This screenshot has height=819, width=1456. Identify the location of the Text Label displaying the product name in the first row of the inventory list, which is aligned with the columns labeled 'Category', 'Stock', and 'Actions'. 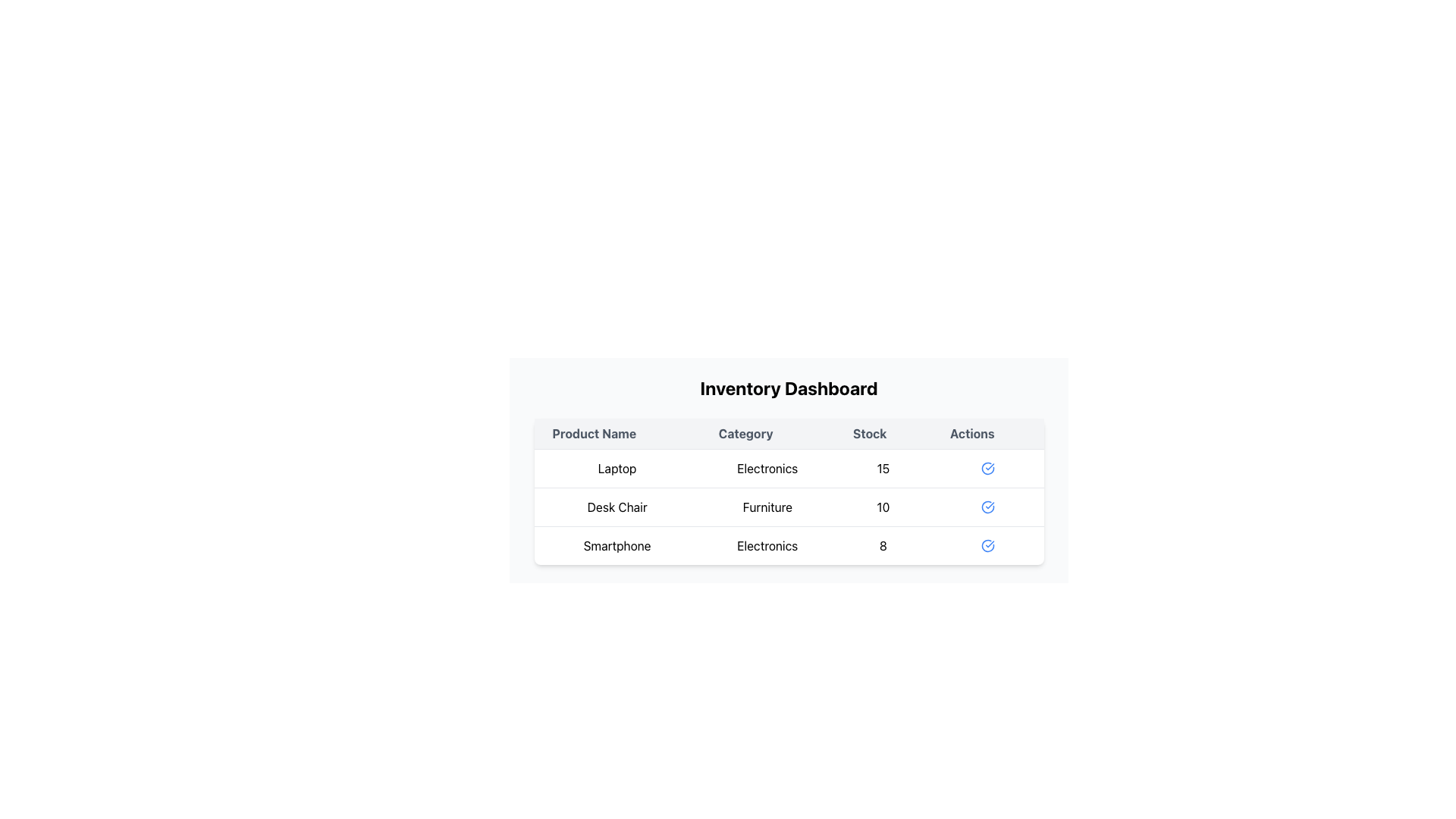
(617, 467).